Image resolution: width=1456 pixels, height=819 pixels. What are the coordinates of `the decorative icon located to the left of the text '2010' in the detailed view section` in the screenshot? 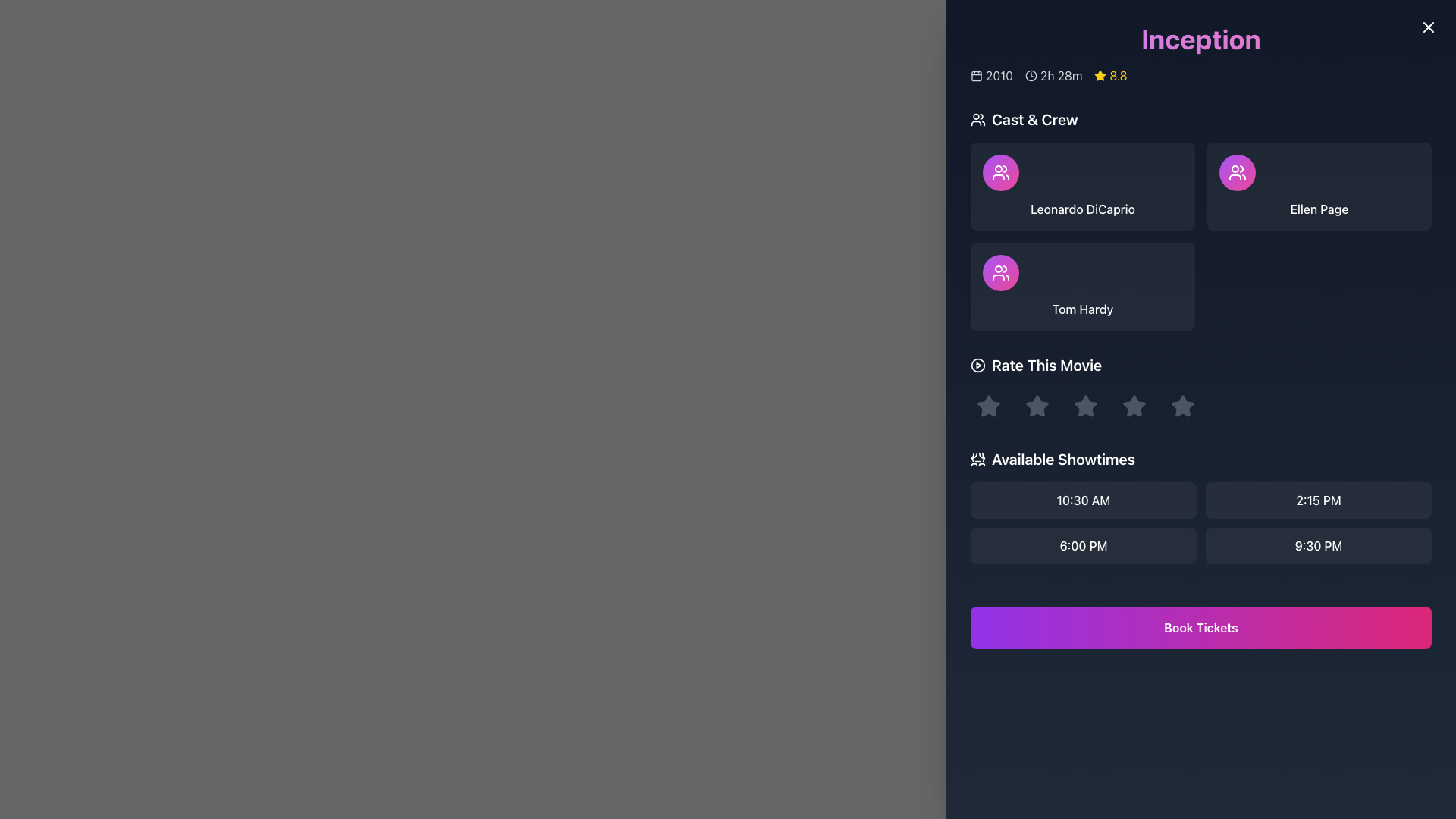 It's located at (976, 76).